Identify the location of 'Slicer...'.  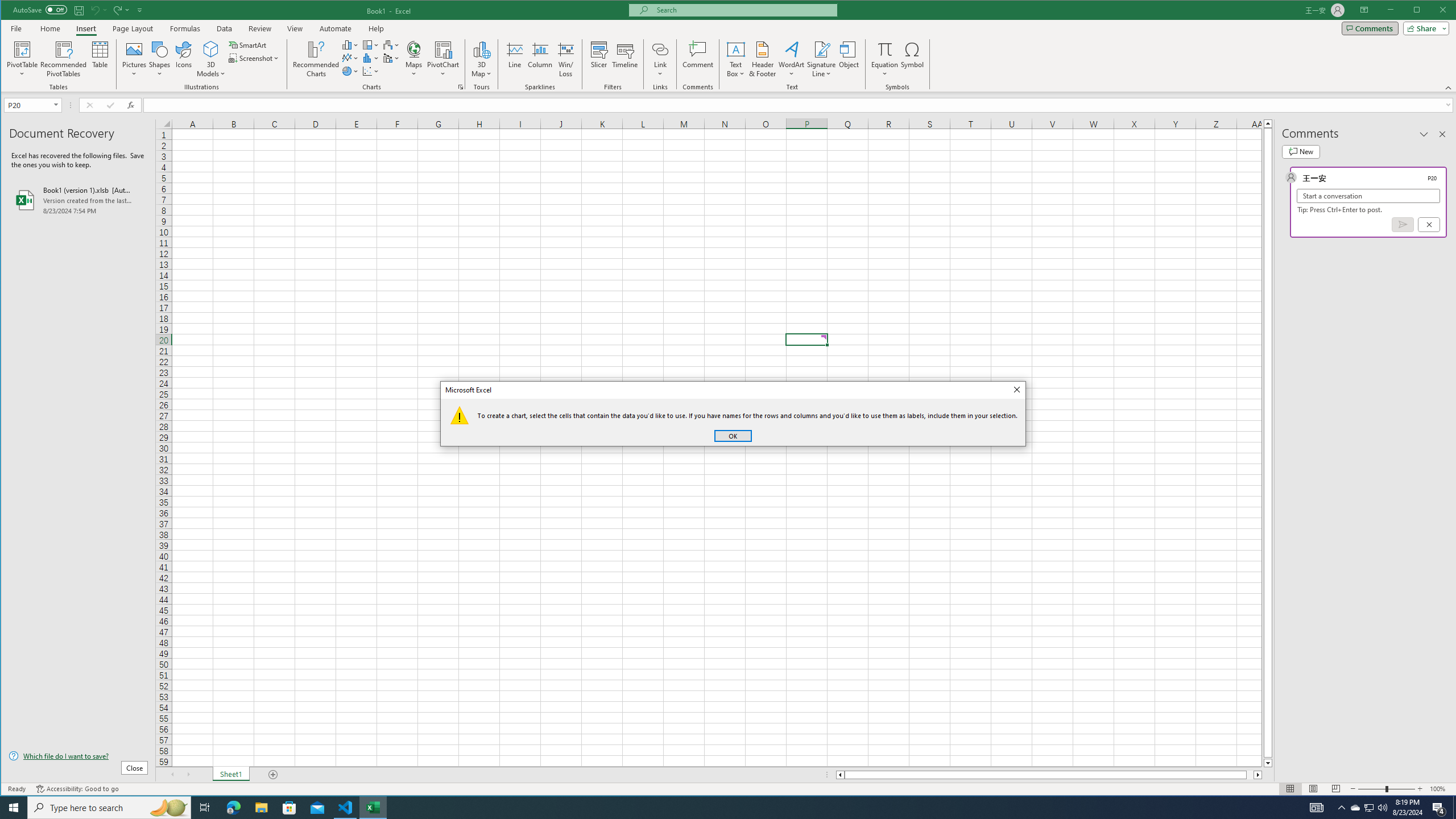
(598, 59).